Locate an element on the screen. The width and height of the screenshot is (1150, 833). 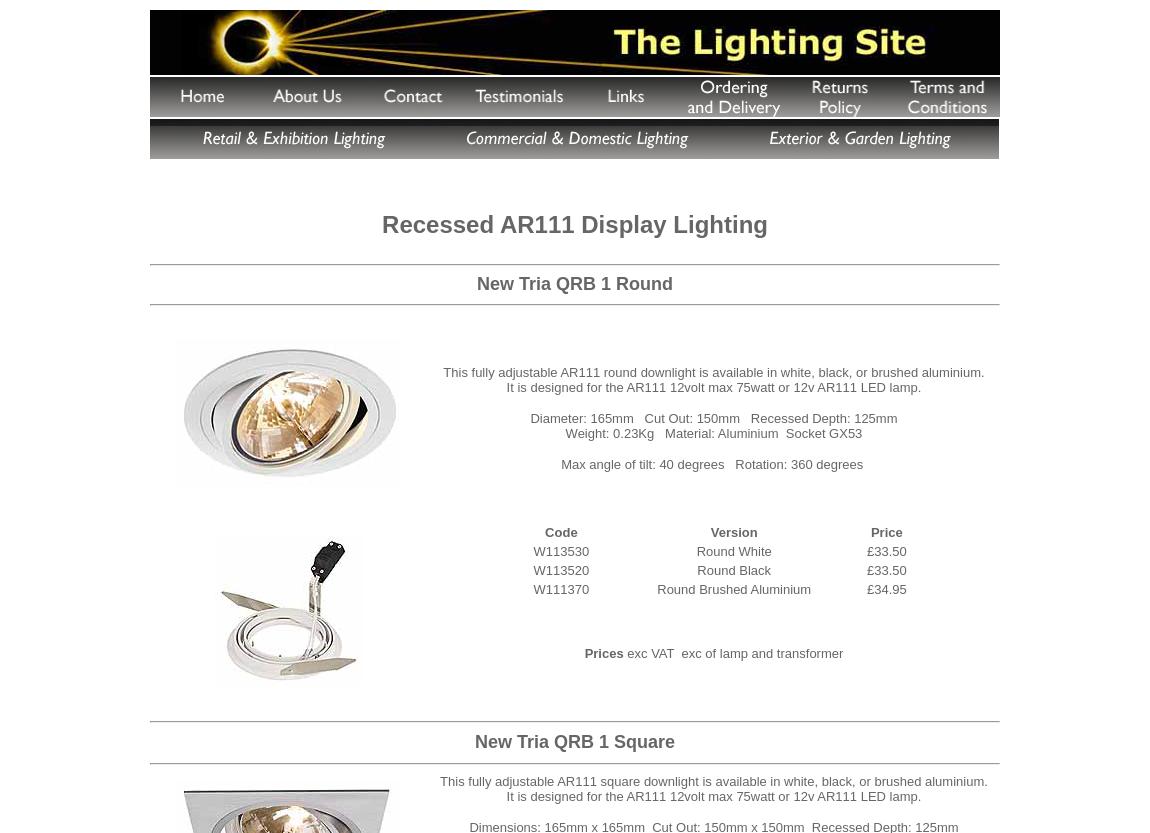
'Round 
                Brushed Aluminium' is located at coordinates (733, 587).